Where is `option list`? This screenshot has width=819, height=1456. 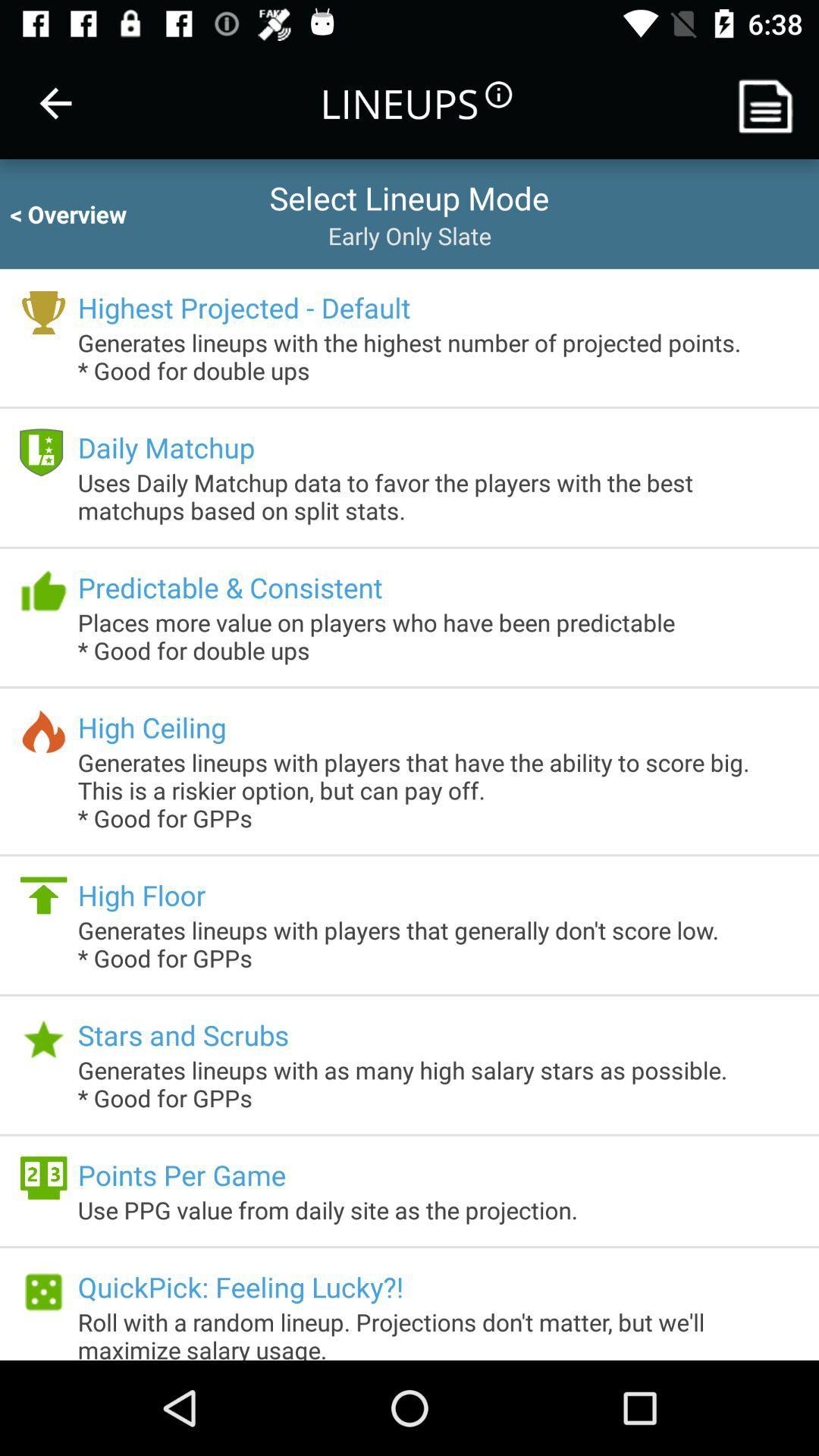 option list is located at coordinates (771, 102).